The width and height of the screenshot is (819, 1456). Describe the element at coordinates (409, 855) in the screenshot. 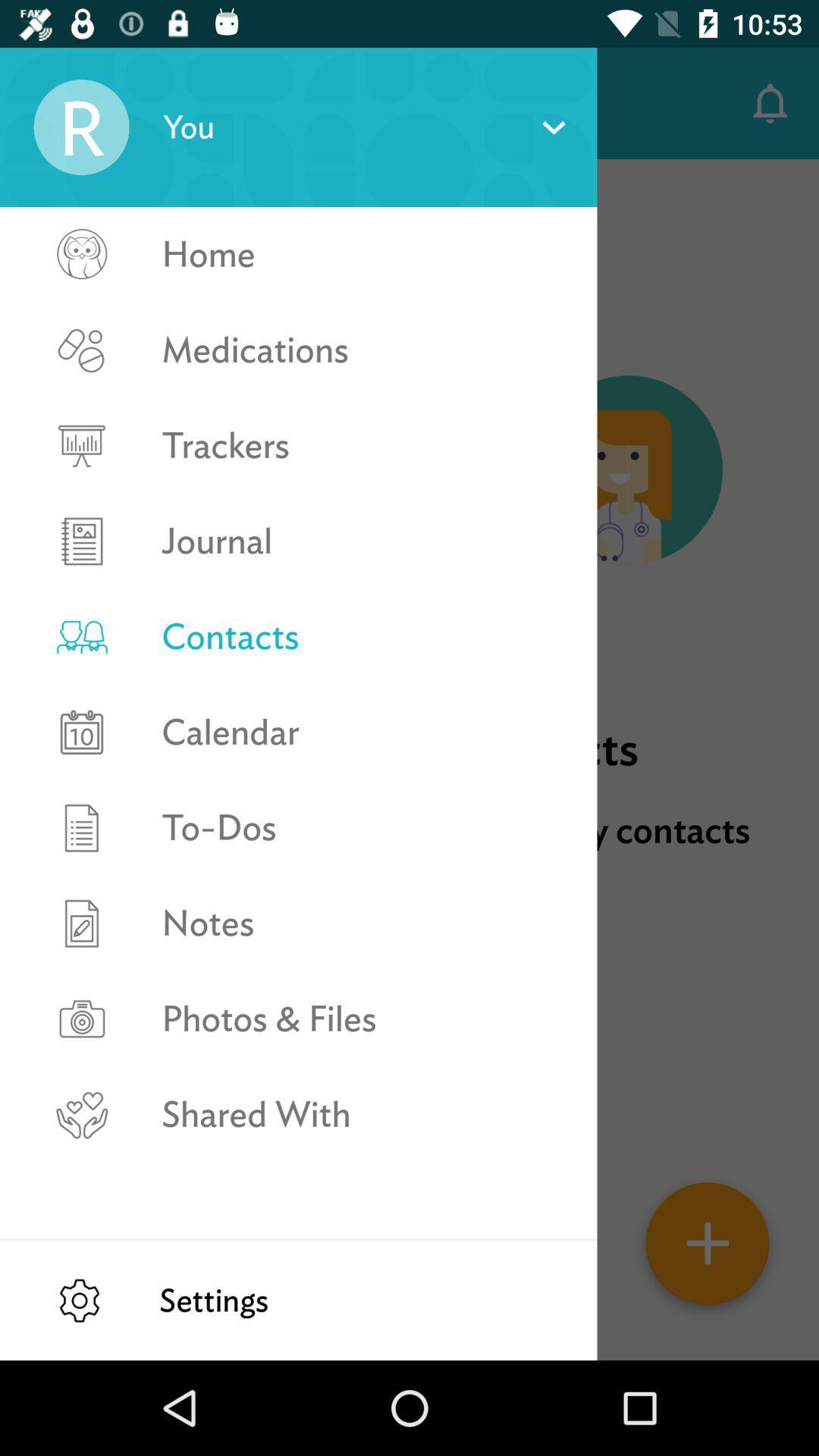

I see `store doctors clinics icon` at that location.